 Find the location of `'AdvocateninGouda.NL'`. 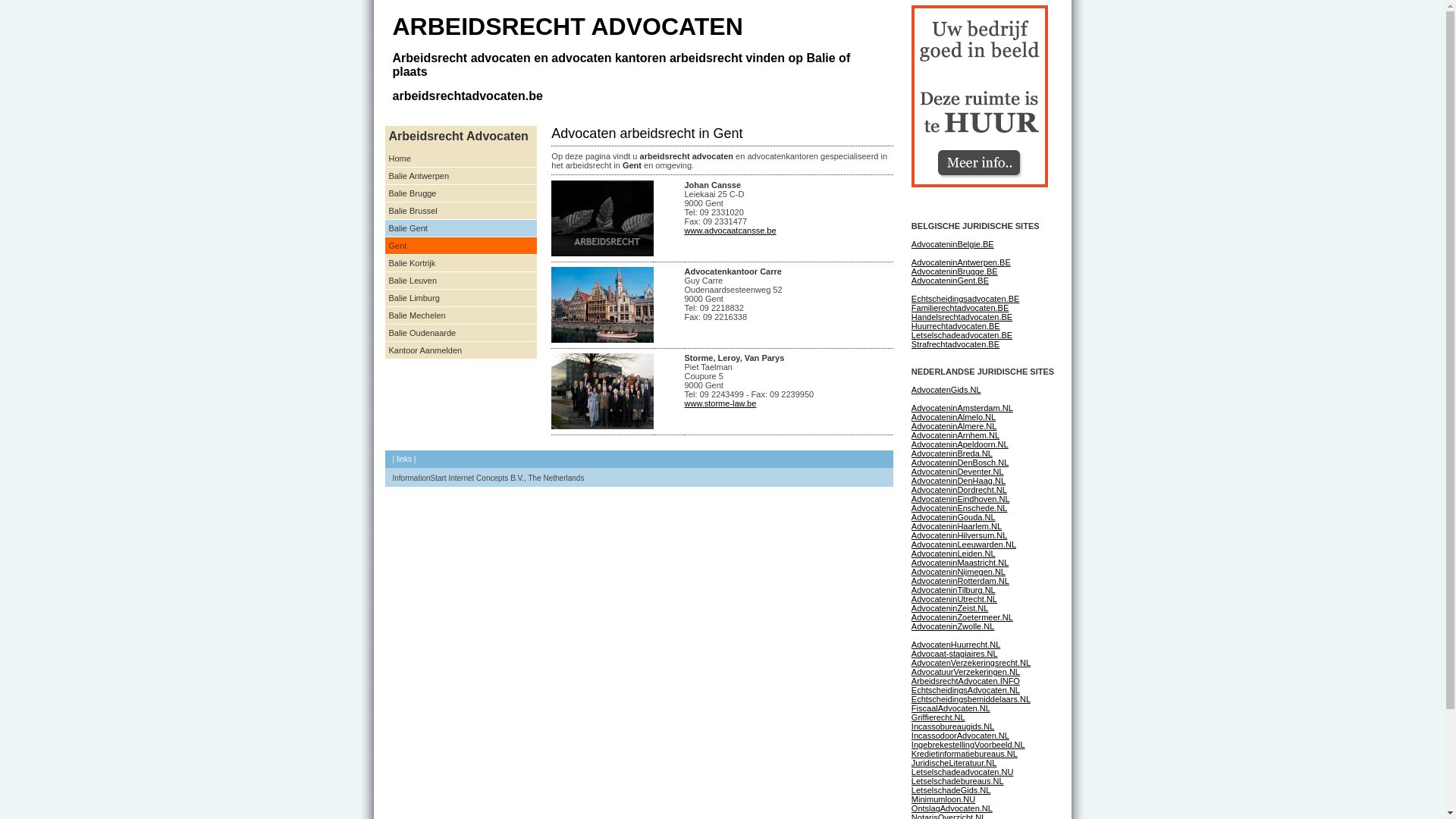

'AdvocateninGouda.NL' is located at coordinates (952, 516).